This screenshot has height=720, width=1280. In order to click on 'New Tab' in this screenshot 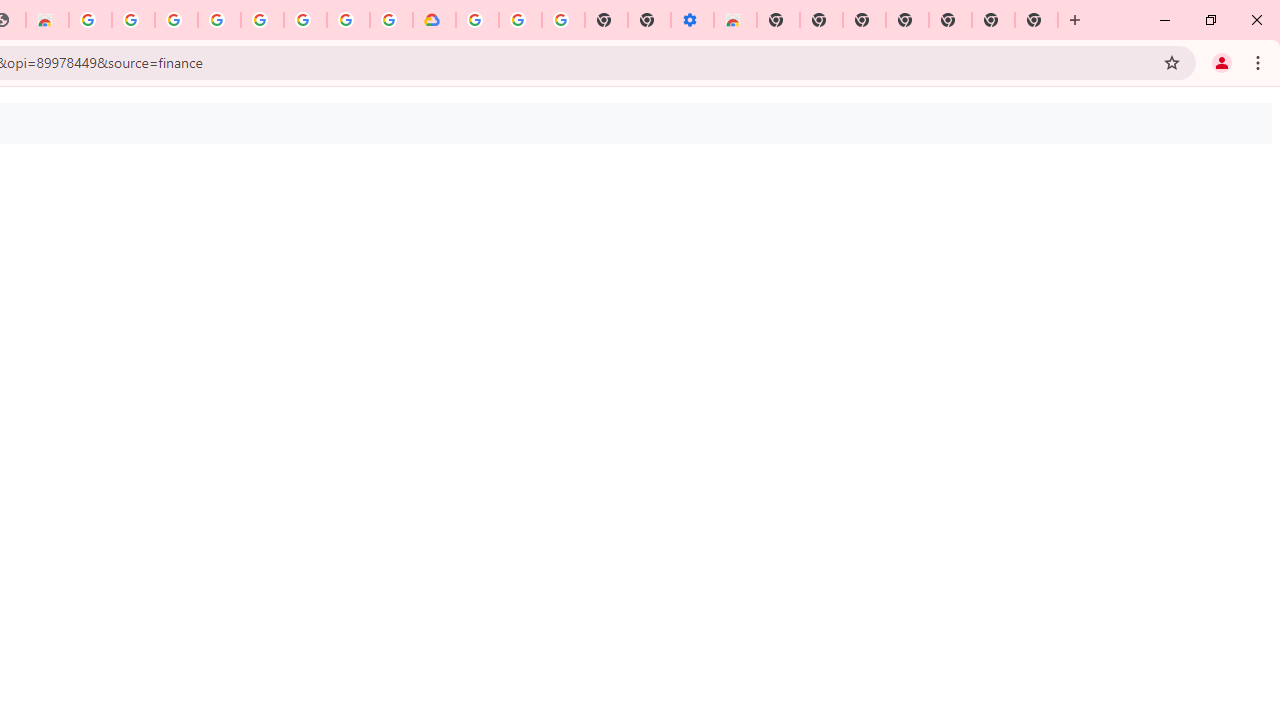, I will do `click(1036, 20)`.